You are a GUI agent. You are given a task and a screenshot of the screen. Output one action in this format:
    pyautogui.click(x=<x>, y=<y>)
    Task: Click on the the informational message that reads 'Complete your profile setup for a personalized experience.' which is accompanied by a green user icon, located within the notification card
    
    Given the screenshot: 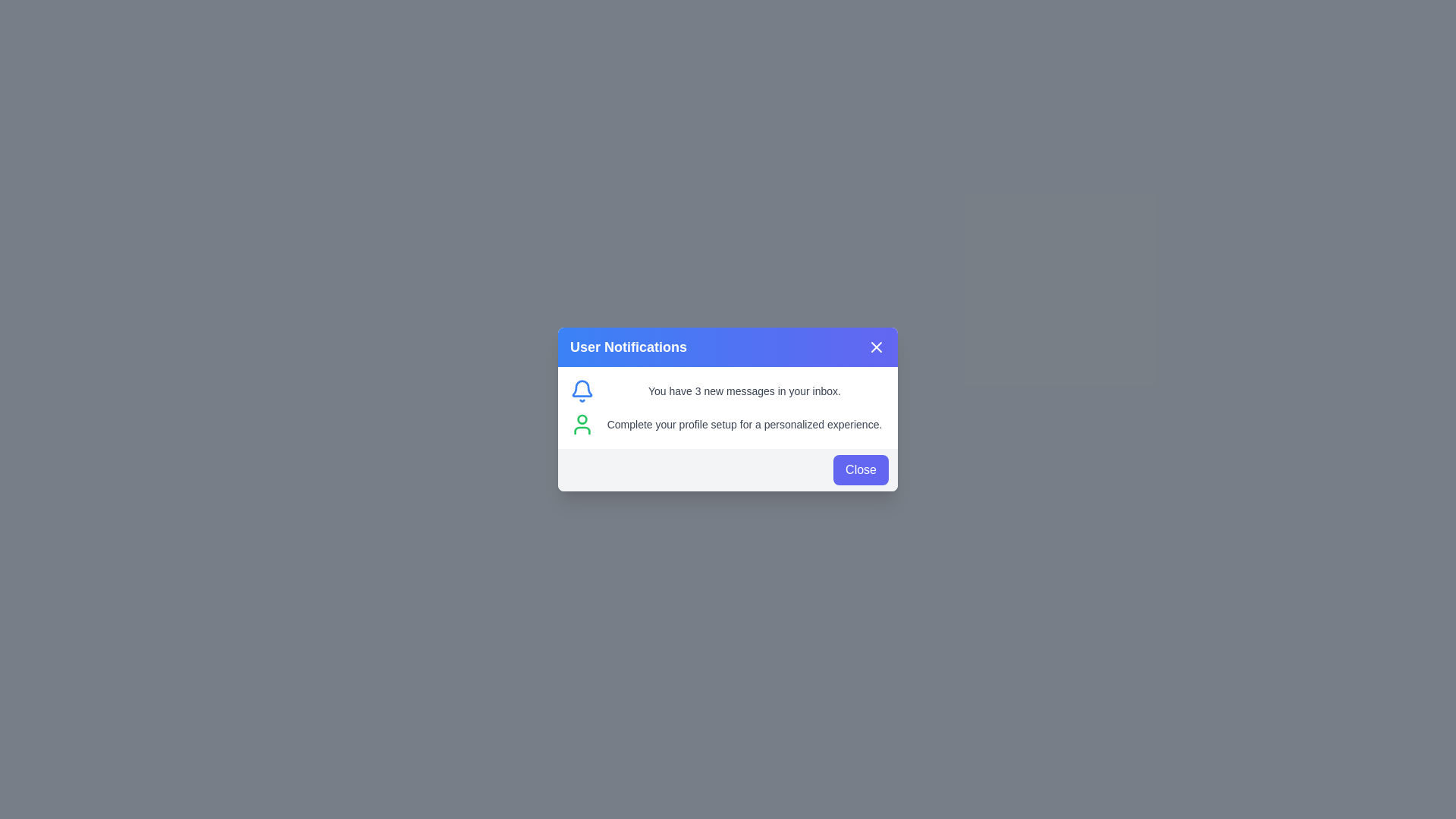 What is the action you would take?
    pyautogui.click(x=728, y=424)
    